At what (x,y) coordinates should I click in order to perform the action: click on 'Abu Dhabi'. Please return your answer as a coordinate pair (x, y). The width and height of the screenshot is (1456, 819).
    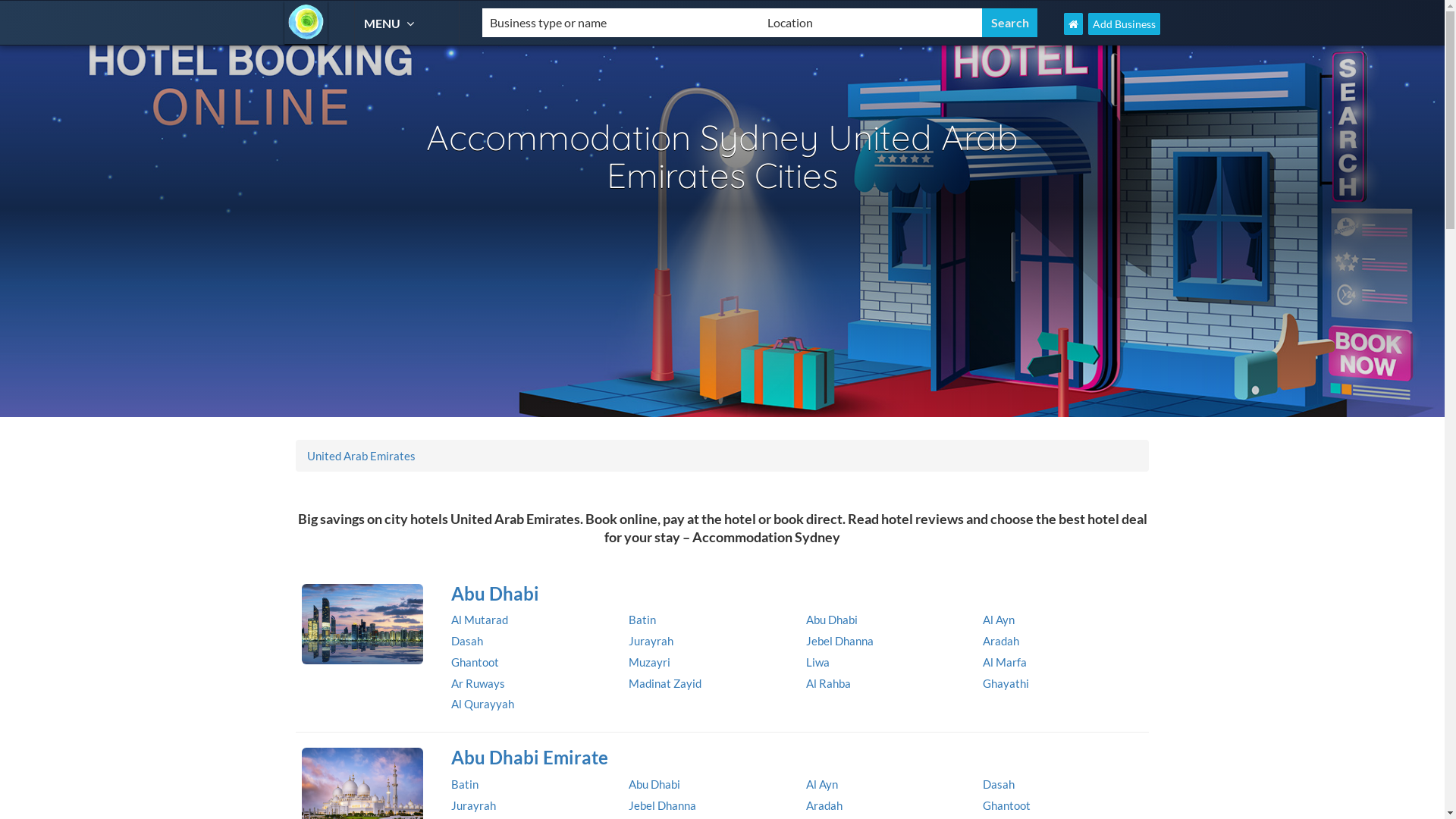
    Looking at the image, I should click on (830, 620).